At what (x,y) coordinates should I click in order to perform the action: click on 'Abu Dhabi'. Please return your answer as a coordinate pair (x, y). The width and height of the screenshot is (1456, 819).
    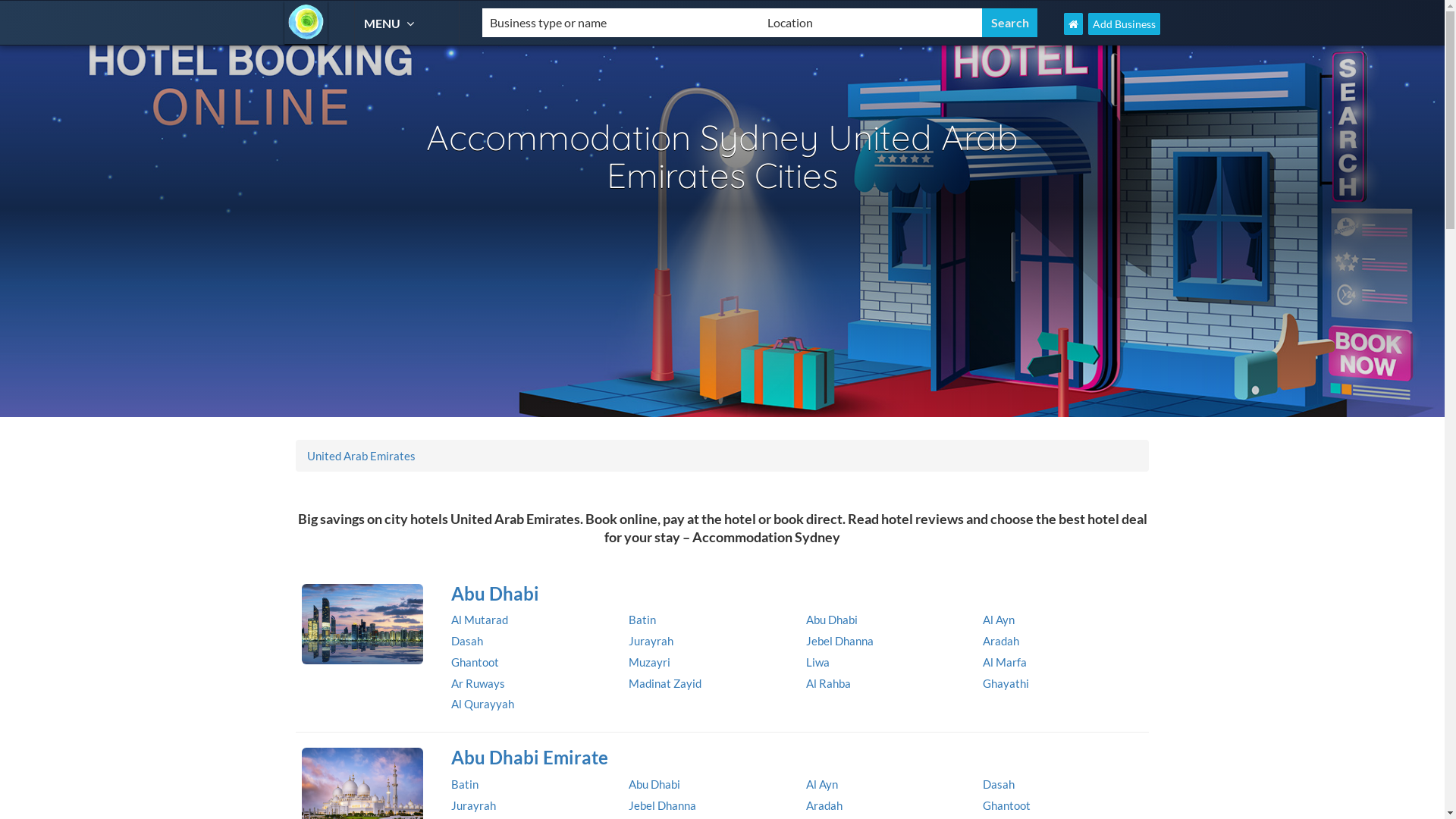
    Looking at the image, I should click on (830, 620).